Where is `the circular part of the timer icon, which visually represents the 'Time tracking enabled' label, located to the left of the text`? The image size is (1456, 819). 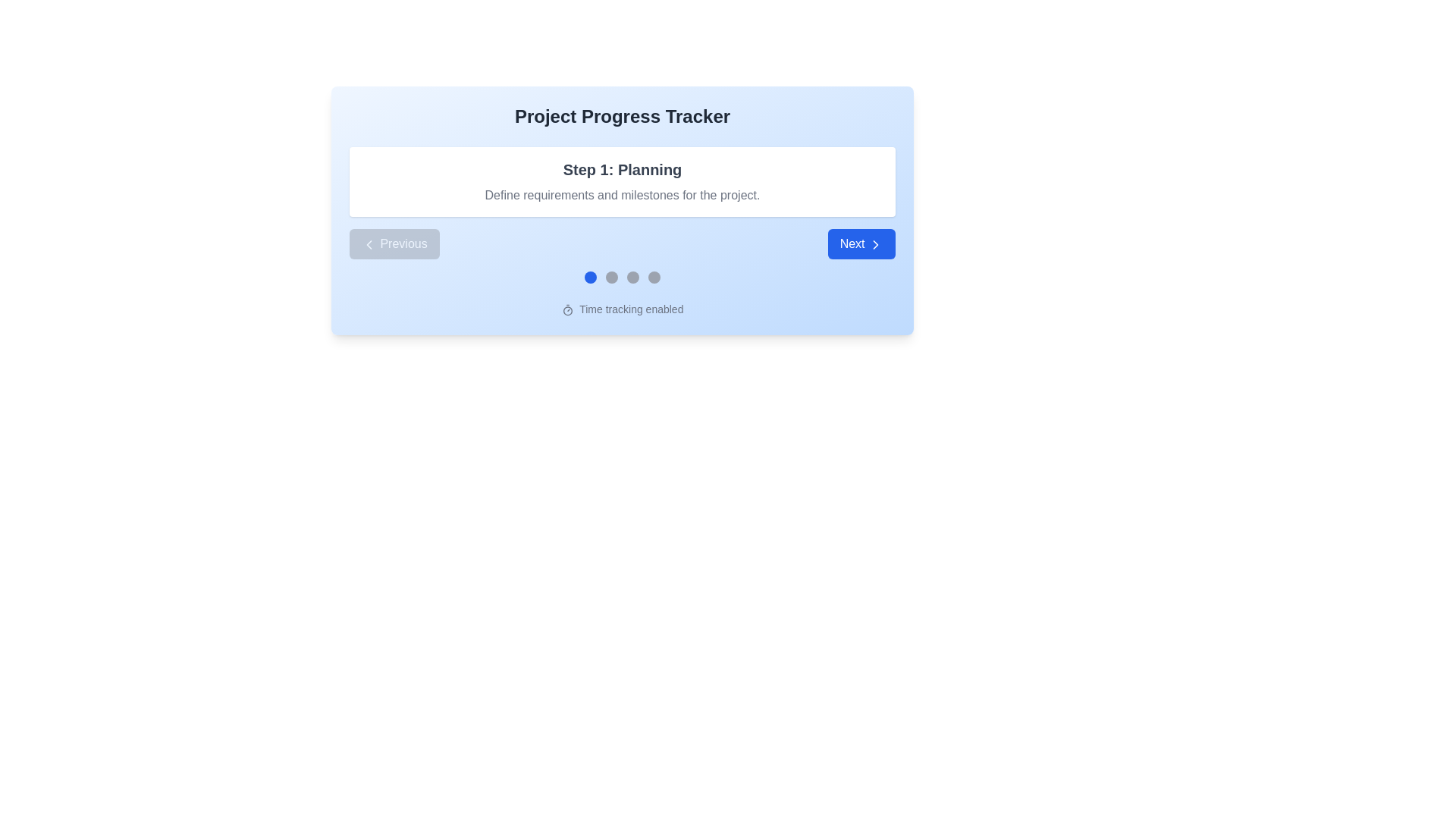 the circular part of the timer icon, which visually represents the 'Time tracking enabled' label, located to the left of the text is located at coordinates (566, 310).